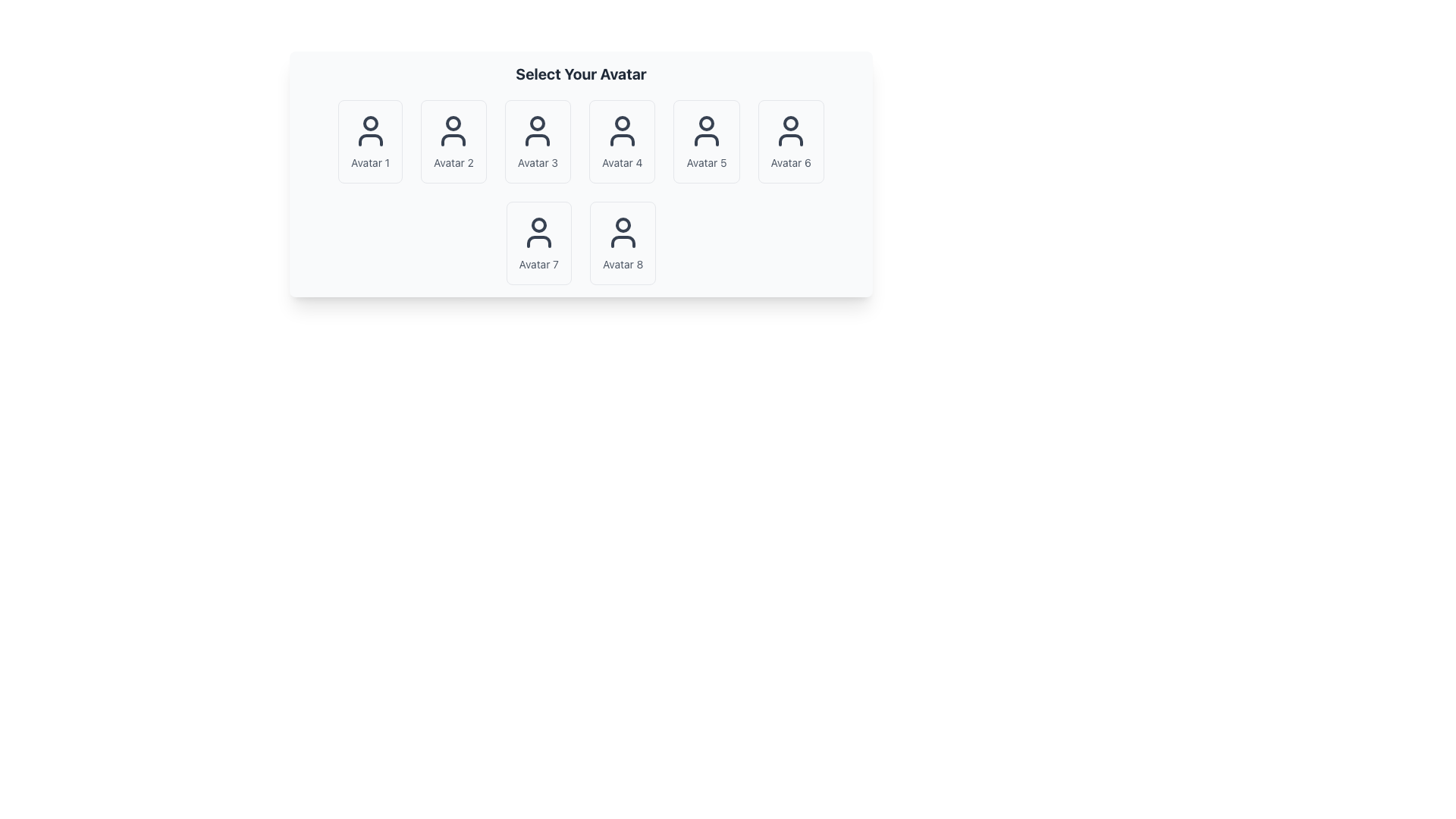 This screenshot has width=1456, height=819. What do you see at coordinates (538, 233) in the screenshot?
I see `the SVG-based icon of a user silhouette representing 'Avatar 7'` at bounding box center [538, 233].